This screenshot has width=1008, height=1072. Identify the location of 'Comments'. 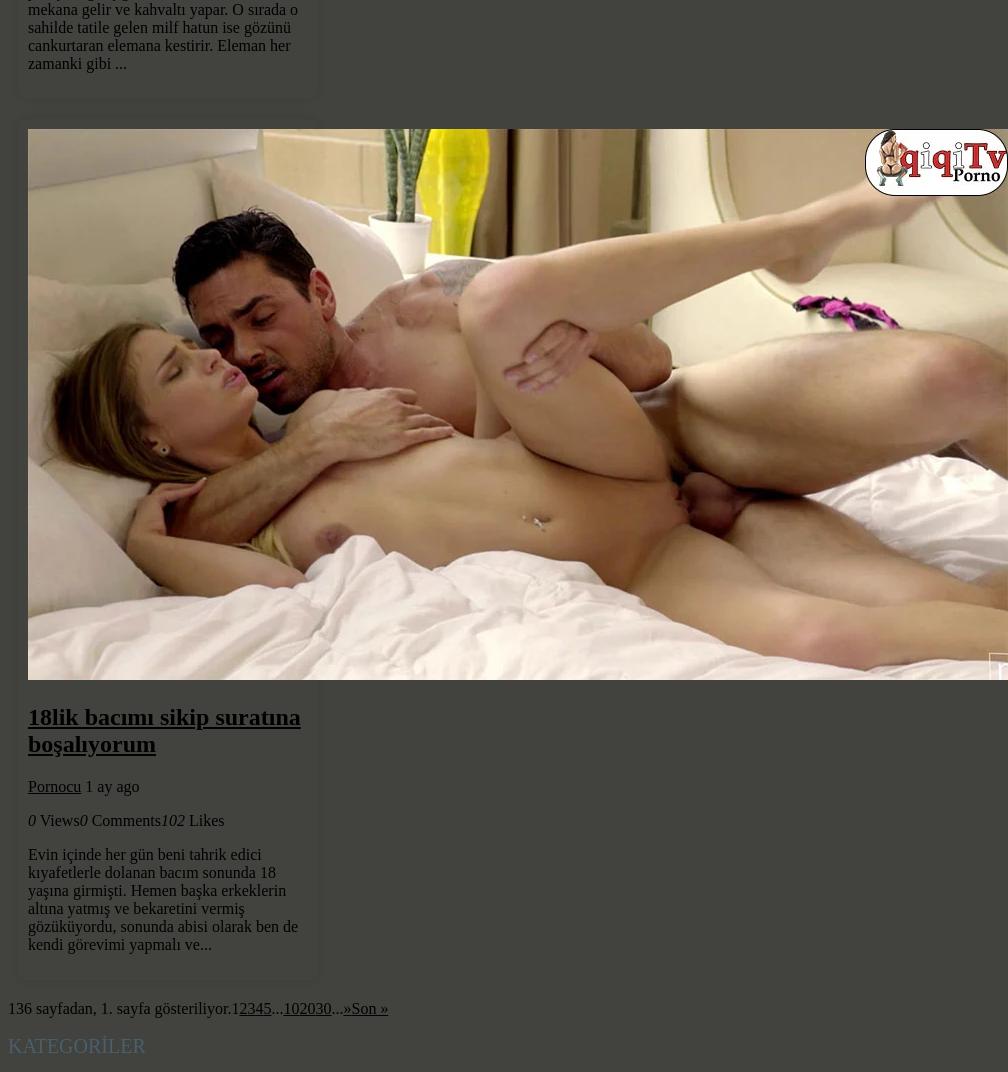
(91, 819).